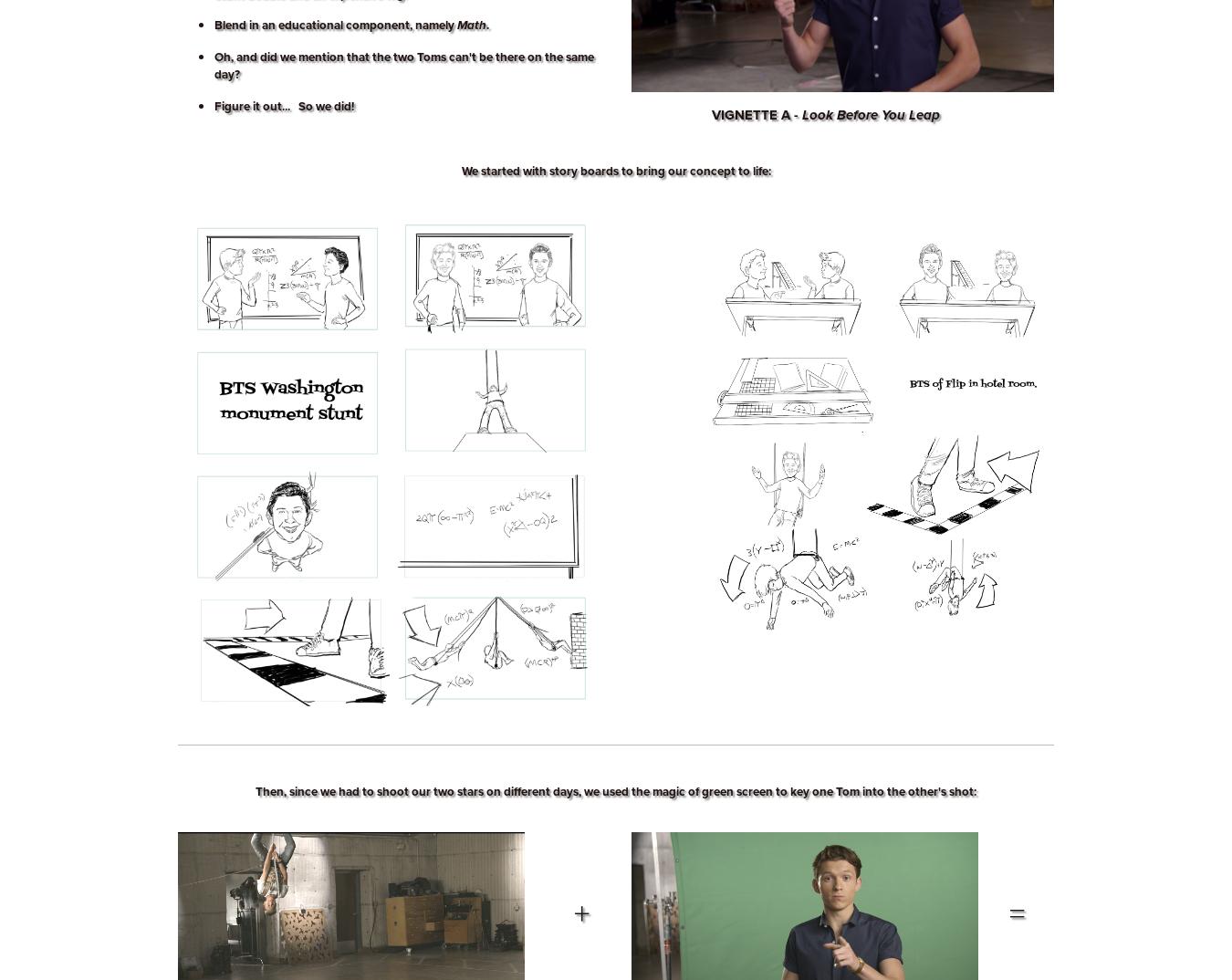 The width and height of the screenshot is (1232, 980). What do you see at coordinates (486, 24) in the screenshot?
I see `'.'` at bounding box center [486, 24].